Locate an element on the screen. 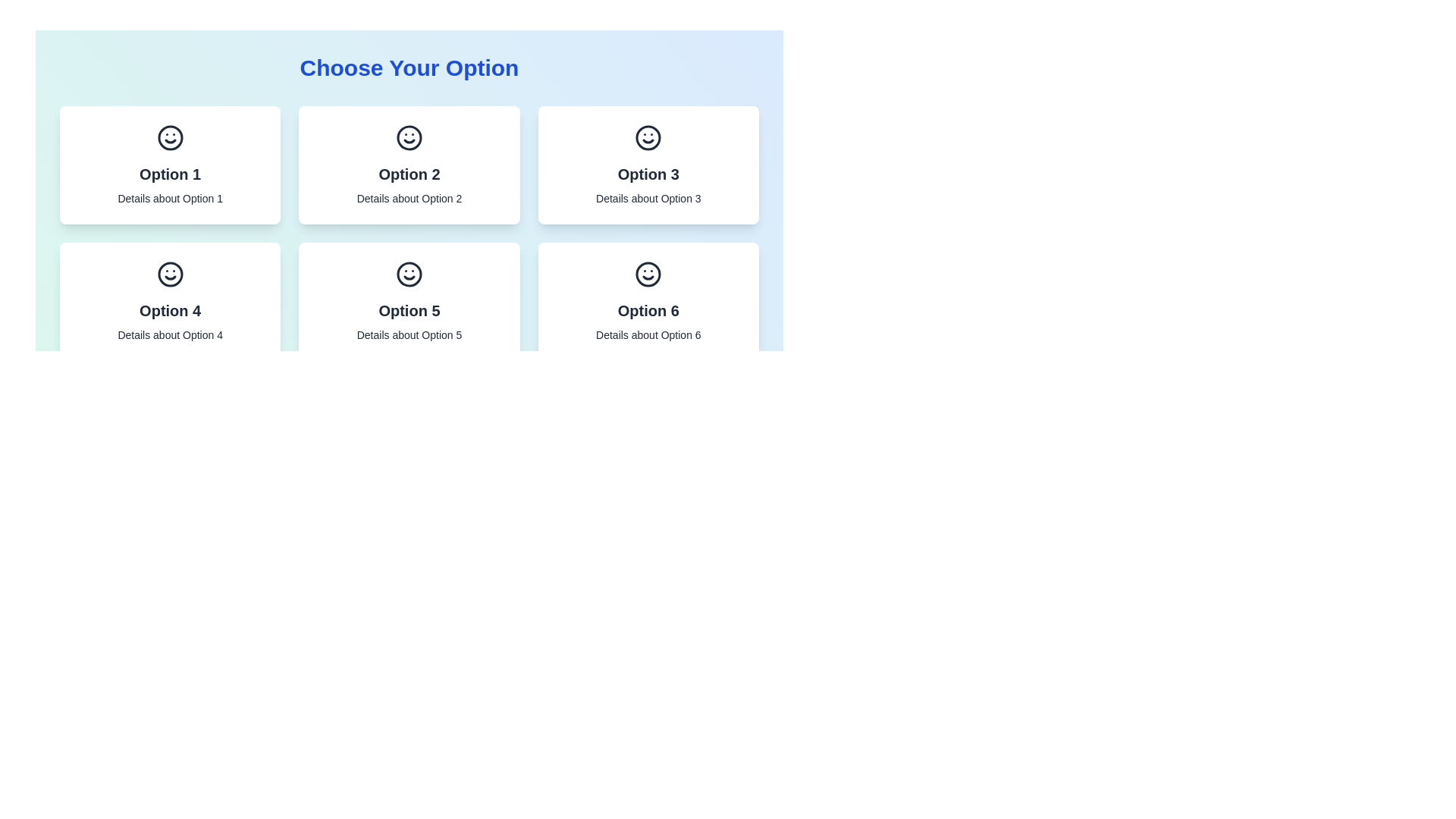 Image resolution: width=1456 pixels, height=819 pixels. the circular smiley face icon with a black outline located above the text 'Option 4' in the card situated in the second row and first column of the grid layout is located at coordinates (170, 275).